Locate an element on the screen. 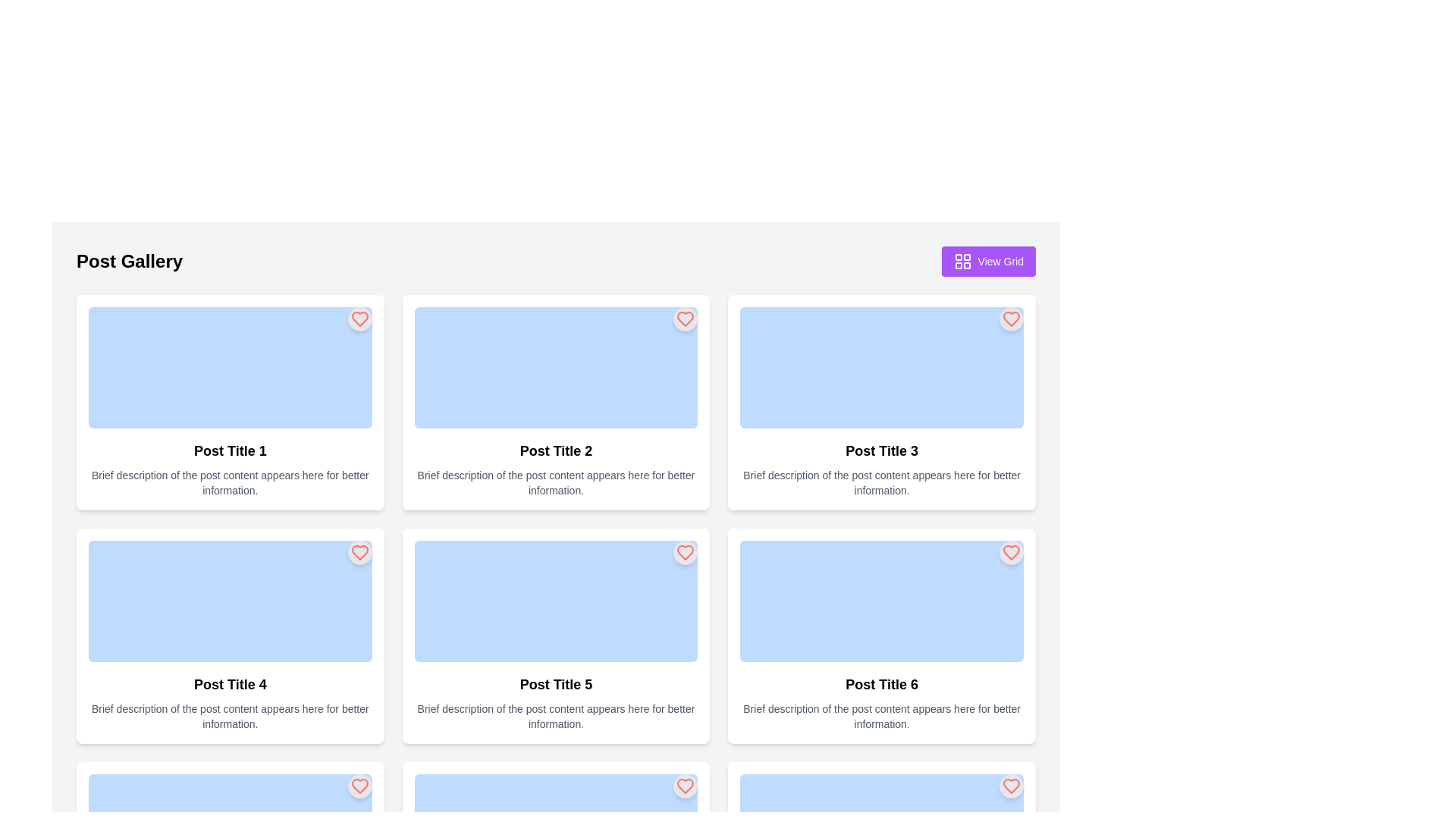 The image size is (1456, 819). the 'View Grid' button which contains the icon representing the 'View Grid' feature, located in the top-right corner of the layout is located at coordinates (962, 260).